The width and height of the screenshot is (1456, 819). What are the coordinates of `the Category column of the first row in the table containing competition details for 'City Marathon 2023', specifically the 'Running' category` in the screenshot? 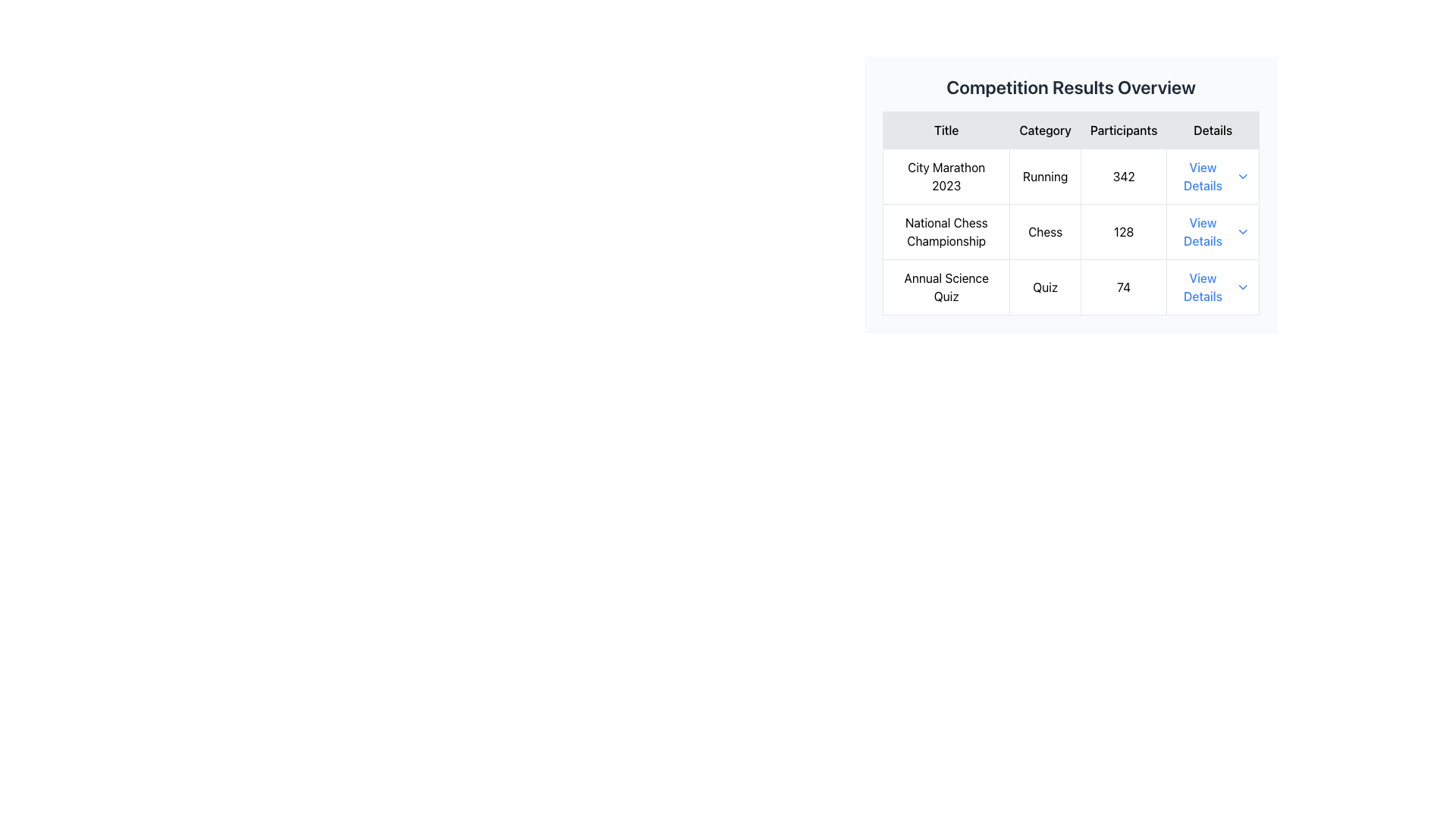 It's located at (1070, 194).